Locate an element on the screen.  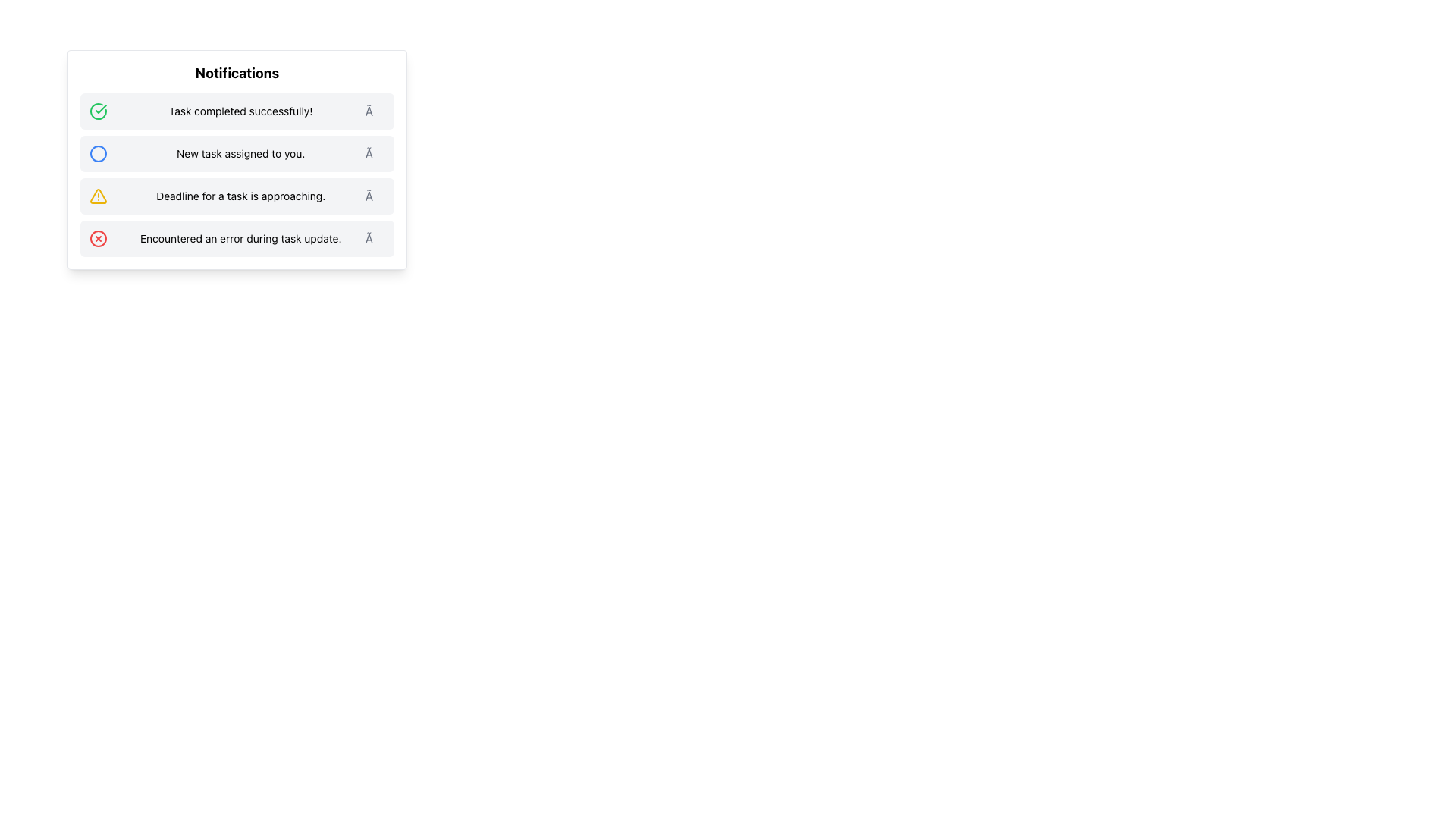
the circular icon or indicator located to the left of the notification text for 'Task completed successfully!' in the upper section of the notification list is located at coordinates (97, 110).